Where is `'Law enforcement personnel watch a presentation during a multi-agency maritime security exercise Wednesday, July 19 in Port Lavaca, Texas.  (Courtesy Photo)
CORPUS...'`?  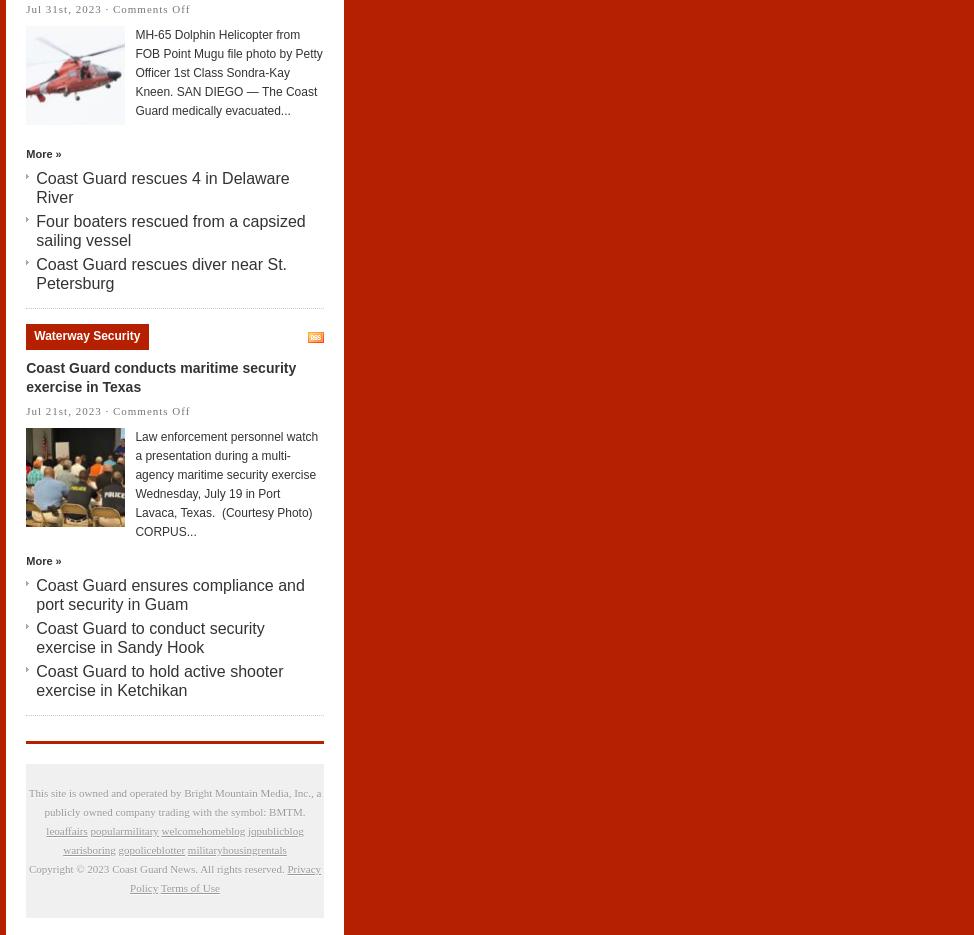 'Law enforcement personnel watch a presentation during a multi-agency maritime security exercise Wednesday, July 19 in Port Lavaca, Texas.  (Courtesy Photo)
CORPUS...' is located at coordinates (226, 483).